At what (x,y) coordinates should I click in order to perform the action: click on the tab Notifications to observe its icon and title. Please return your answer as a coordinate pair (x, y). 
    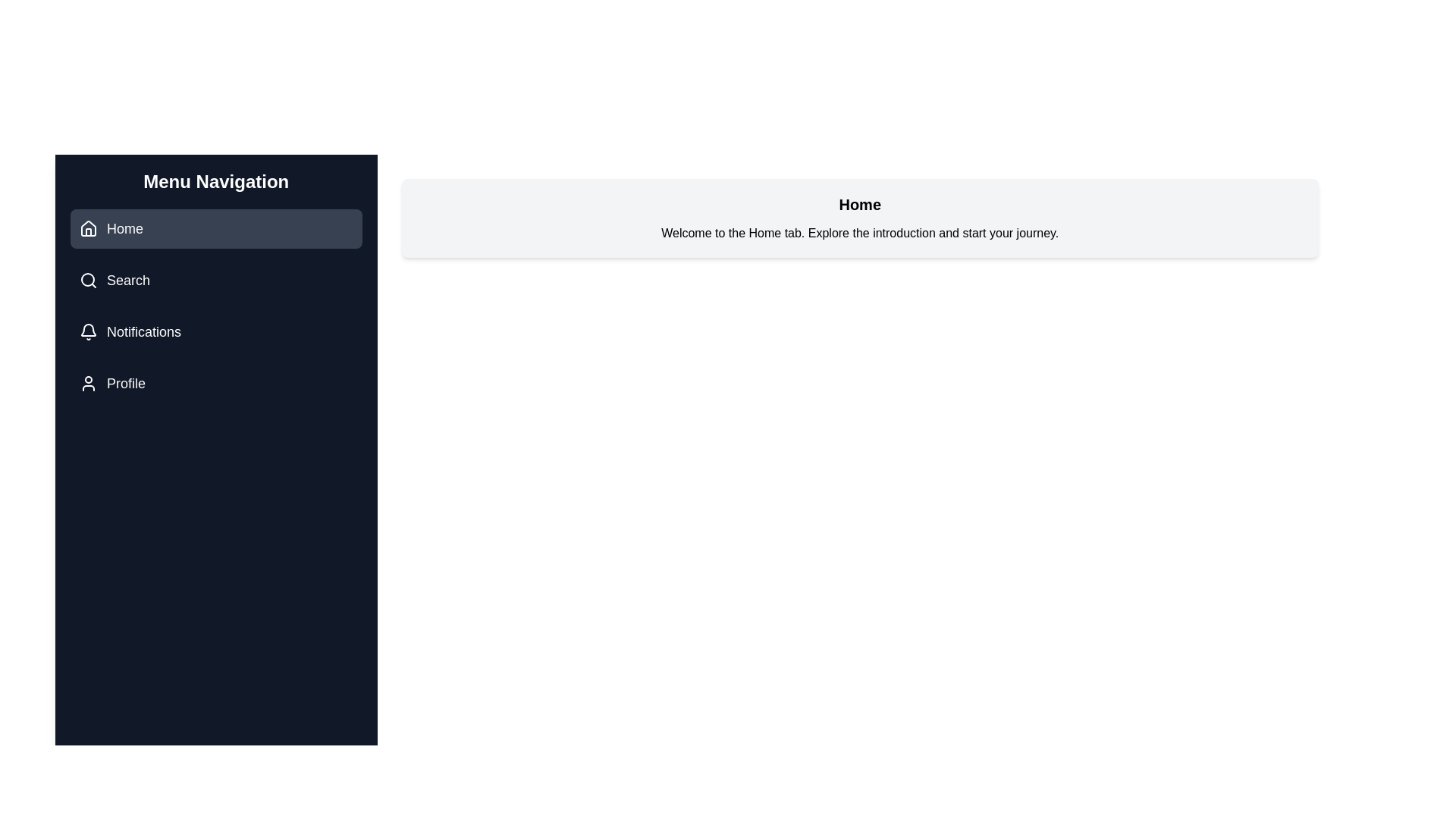
    Looking at the image, I should click on (215, 331).